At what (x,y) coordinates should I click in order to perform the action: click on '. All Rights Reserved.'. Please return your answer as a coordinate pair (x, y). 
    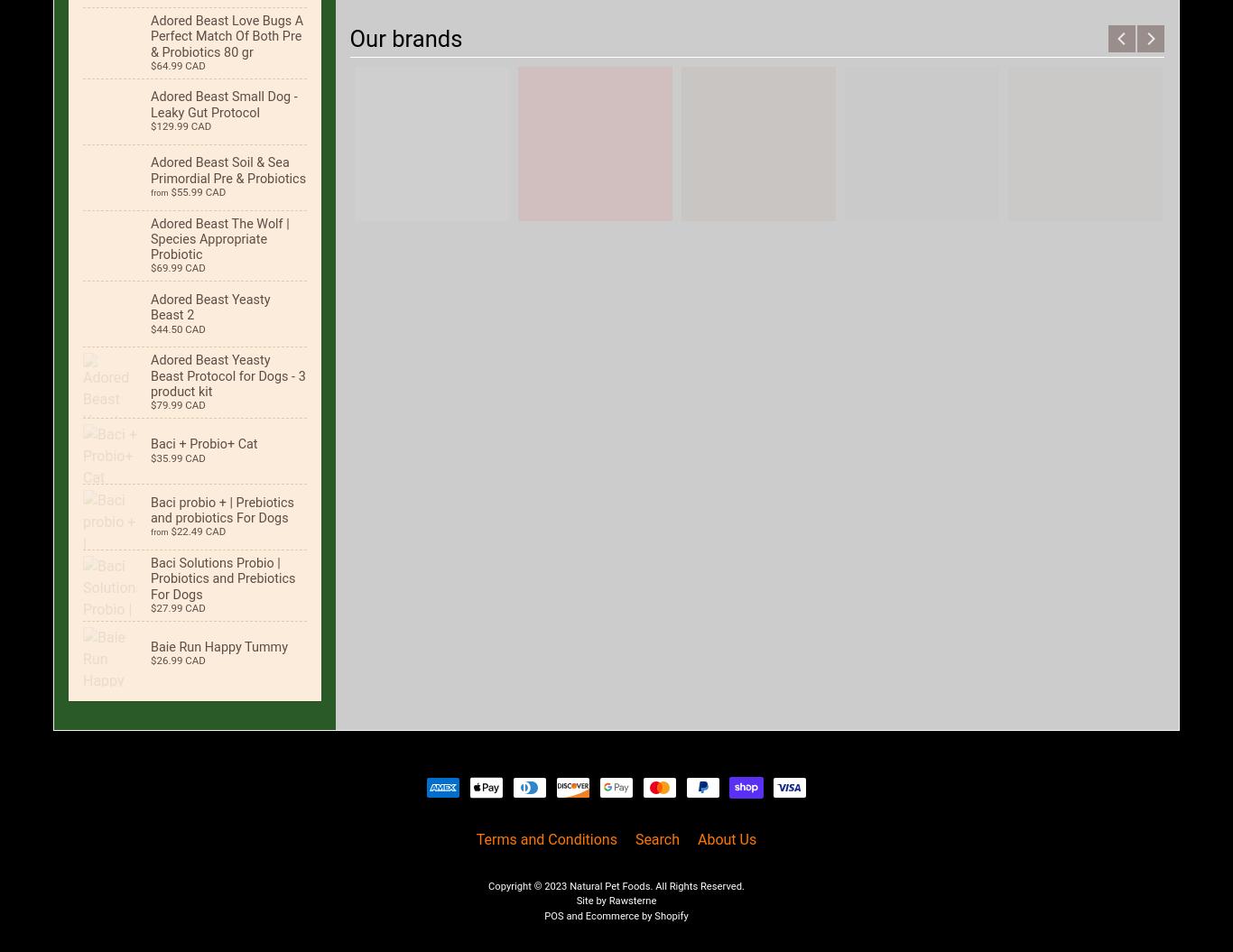
    Looking at the image, I should click on (650, 885).